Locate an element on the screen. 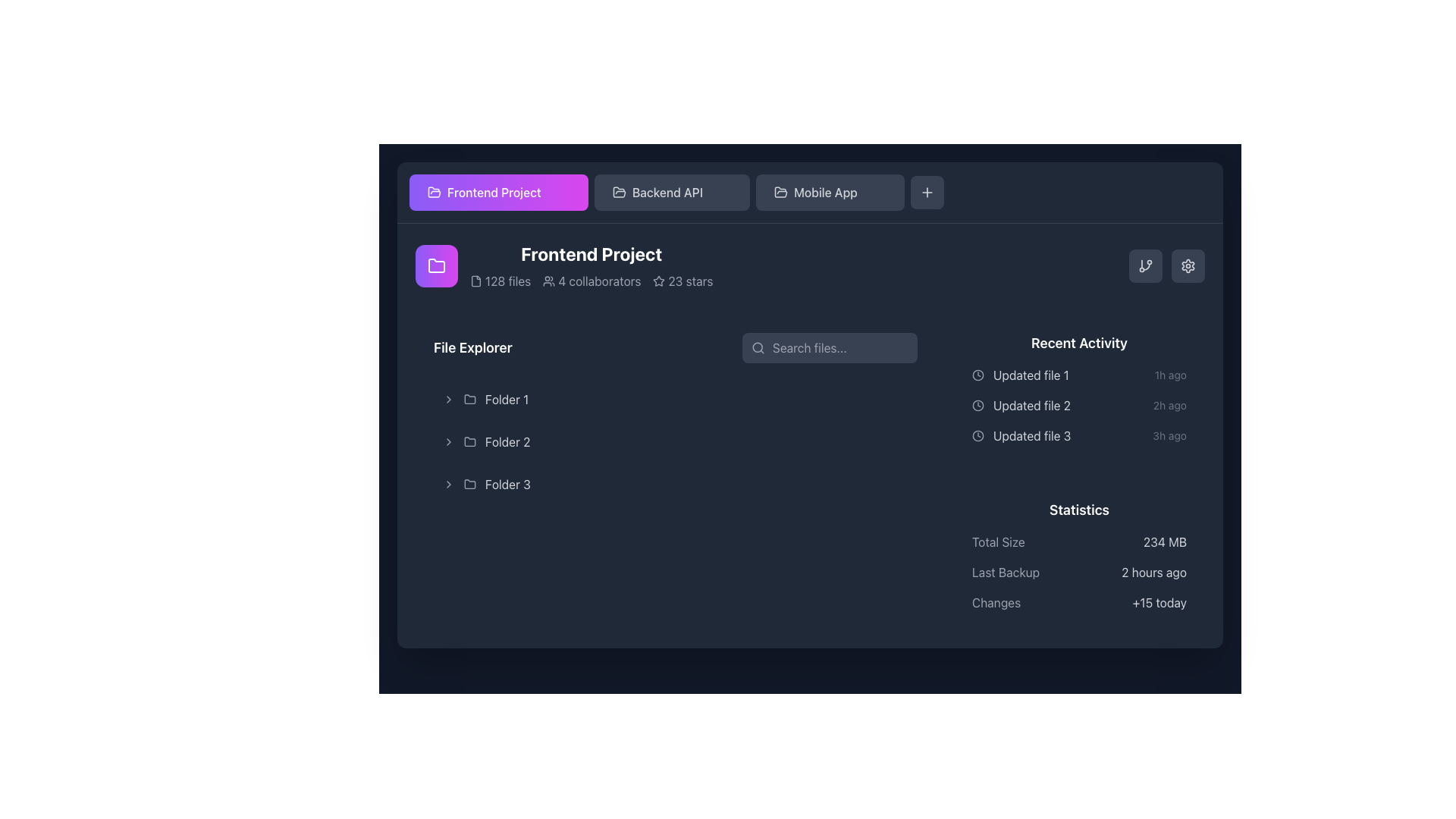 The height and width of the screenshot is (819, 1456). the text label displaying '2h ago' in light gray color, which is located in the 'Recent Activity' section, next to 'Updated file 2' is located at coordinates (1169, 405).